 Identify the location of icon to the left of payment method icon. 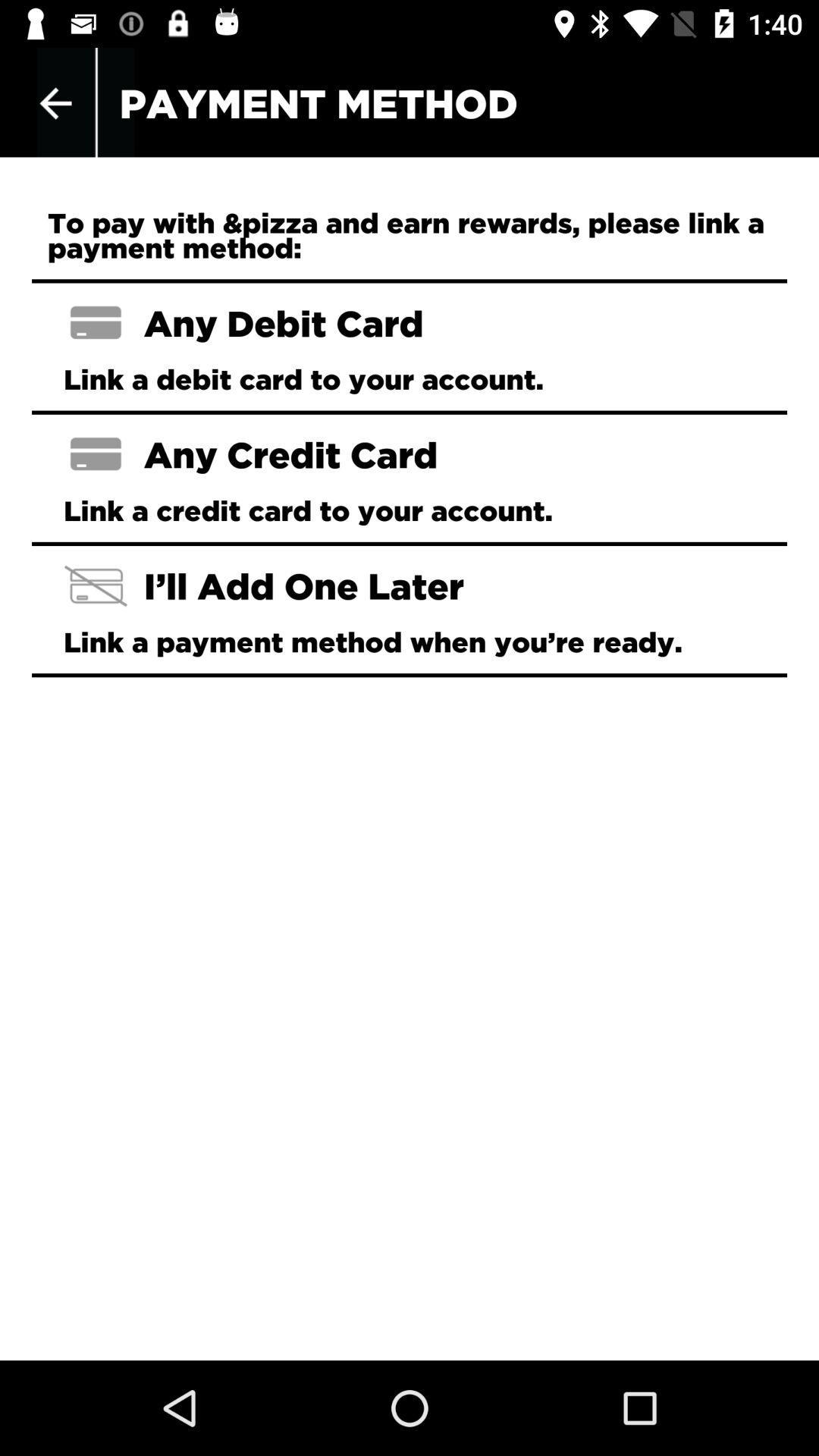
(55, 102).